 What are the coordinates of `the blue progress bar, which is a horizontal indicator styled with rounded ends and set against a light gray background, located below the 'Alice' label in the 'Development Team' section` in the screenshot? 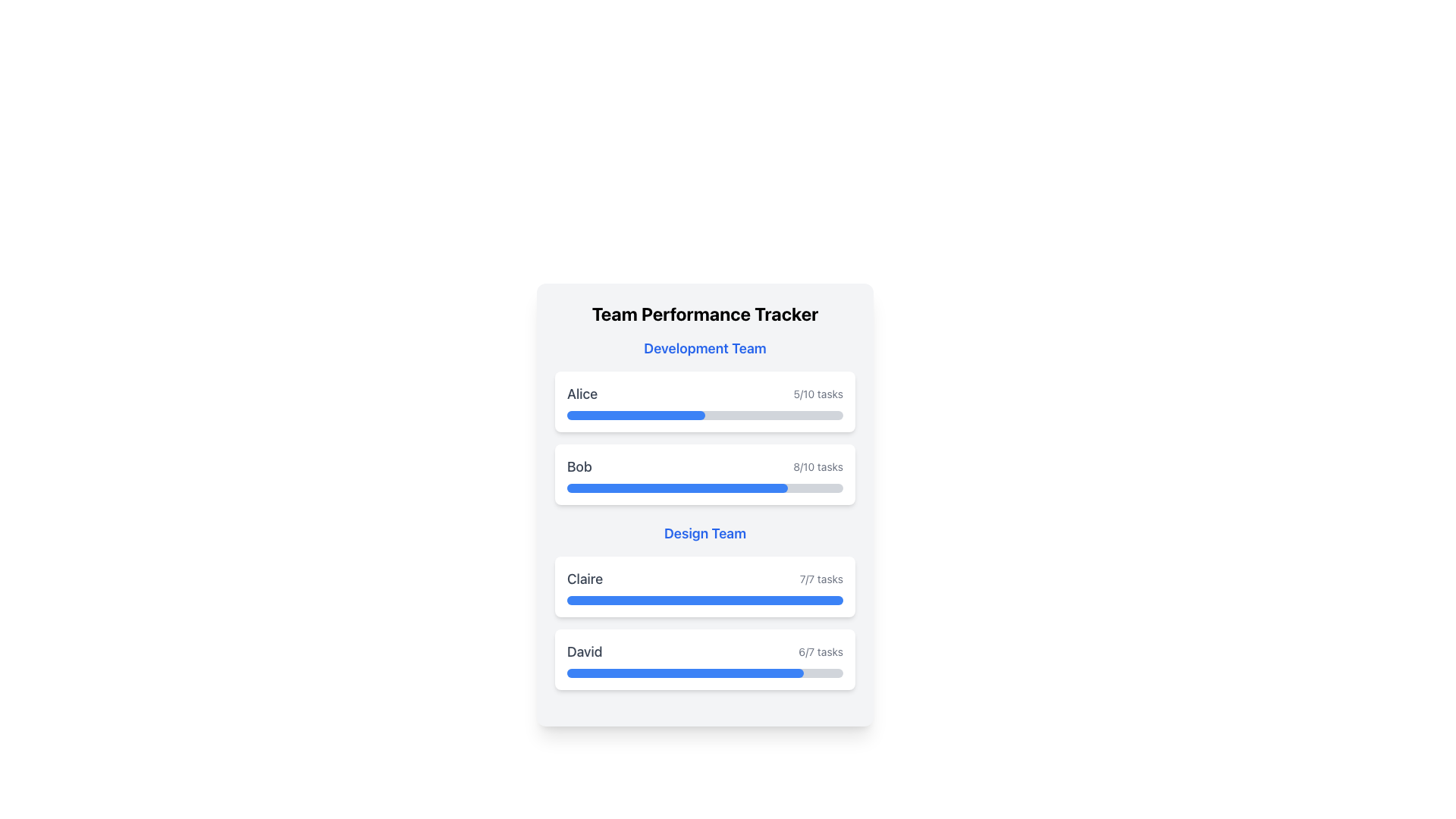 It's located at (636, 415).